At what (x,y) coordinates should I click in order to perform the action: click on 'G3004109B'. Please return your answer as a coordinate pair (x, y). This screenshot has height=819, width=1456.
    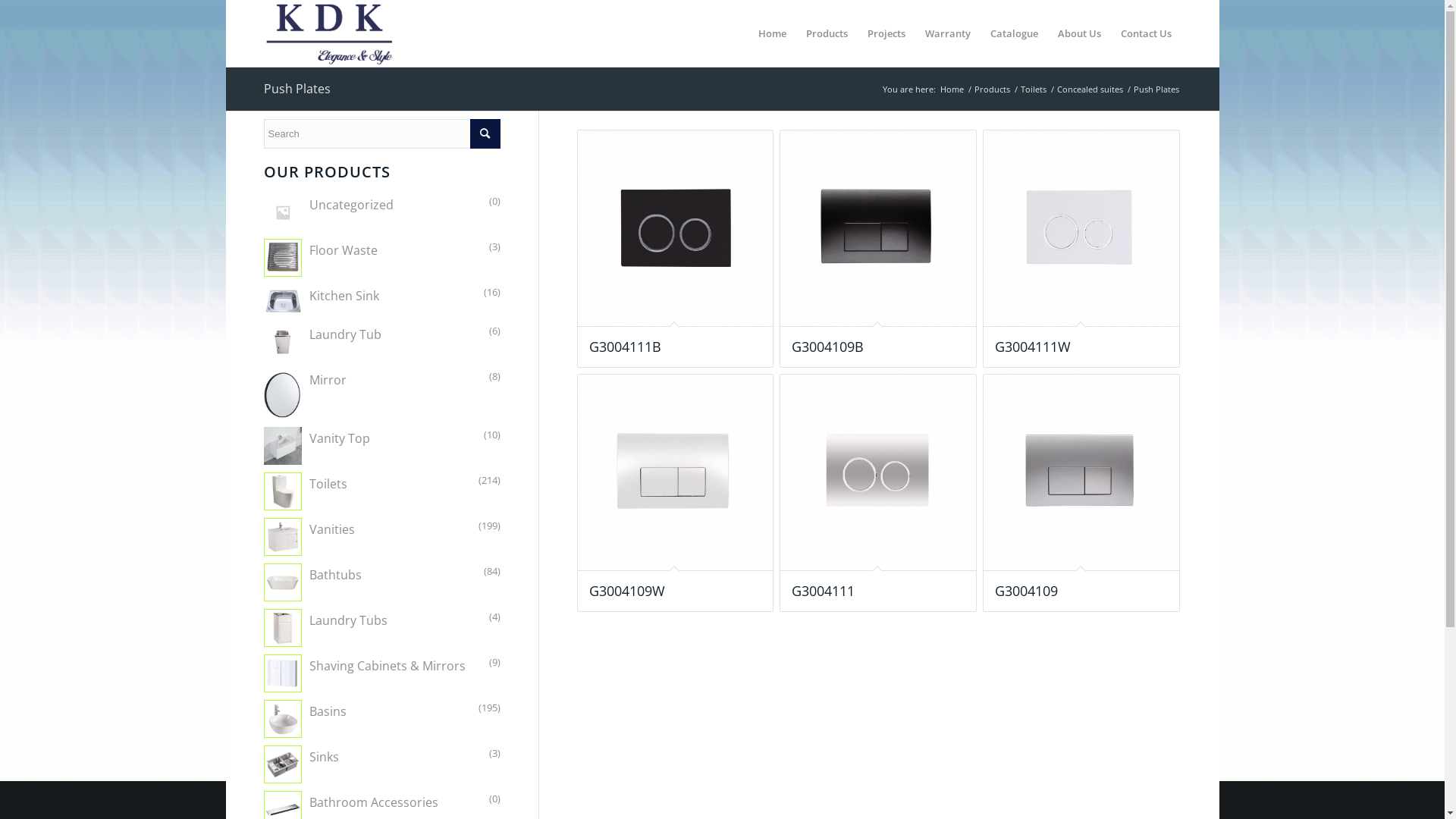
    Looking at the image, I should click on (877, 247).